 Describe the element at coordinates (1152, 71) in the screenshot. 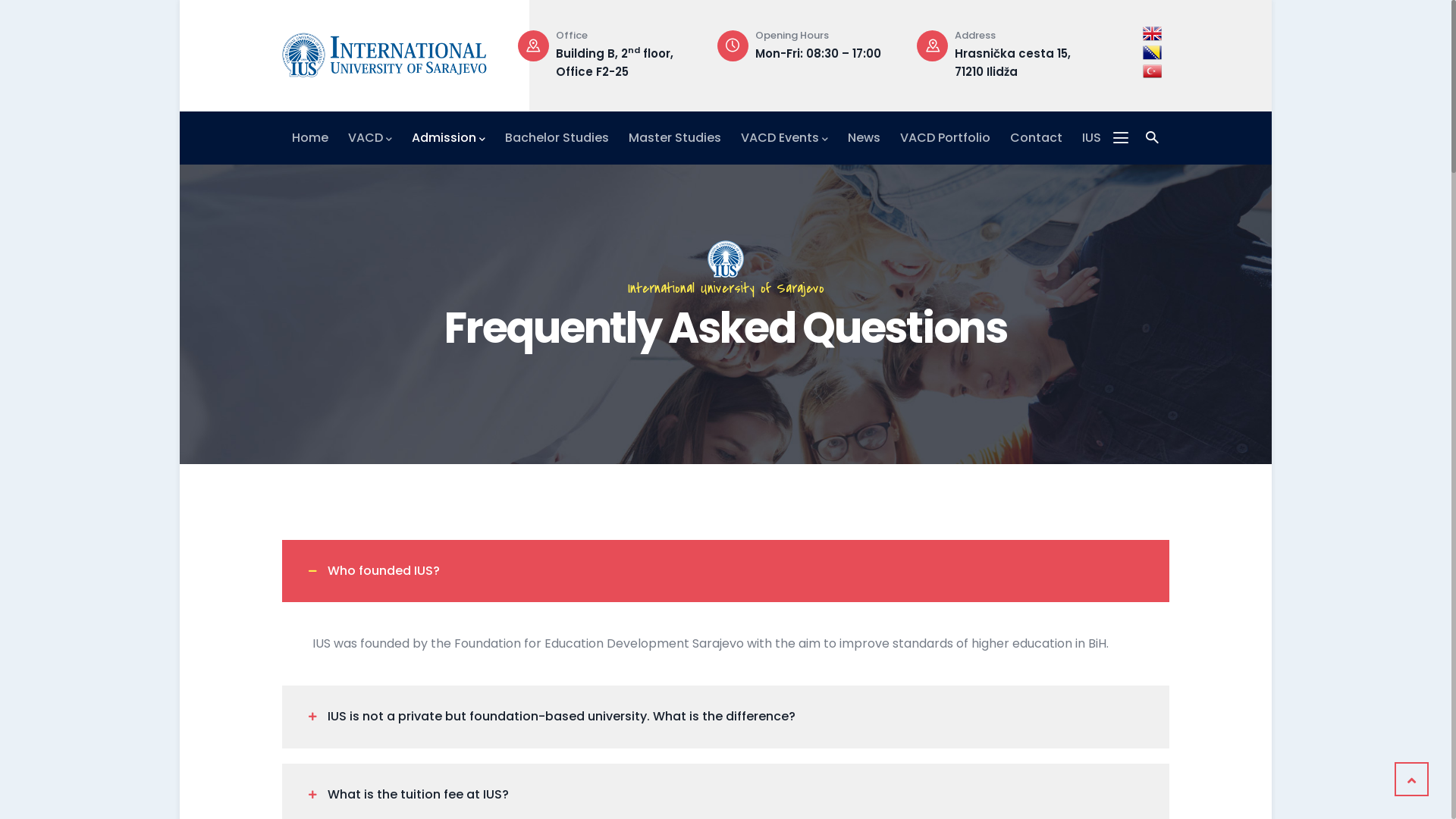

I see `'Turkish'` at that location.